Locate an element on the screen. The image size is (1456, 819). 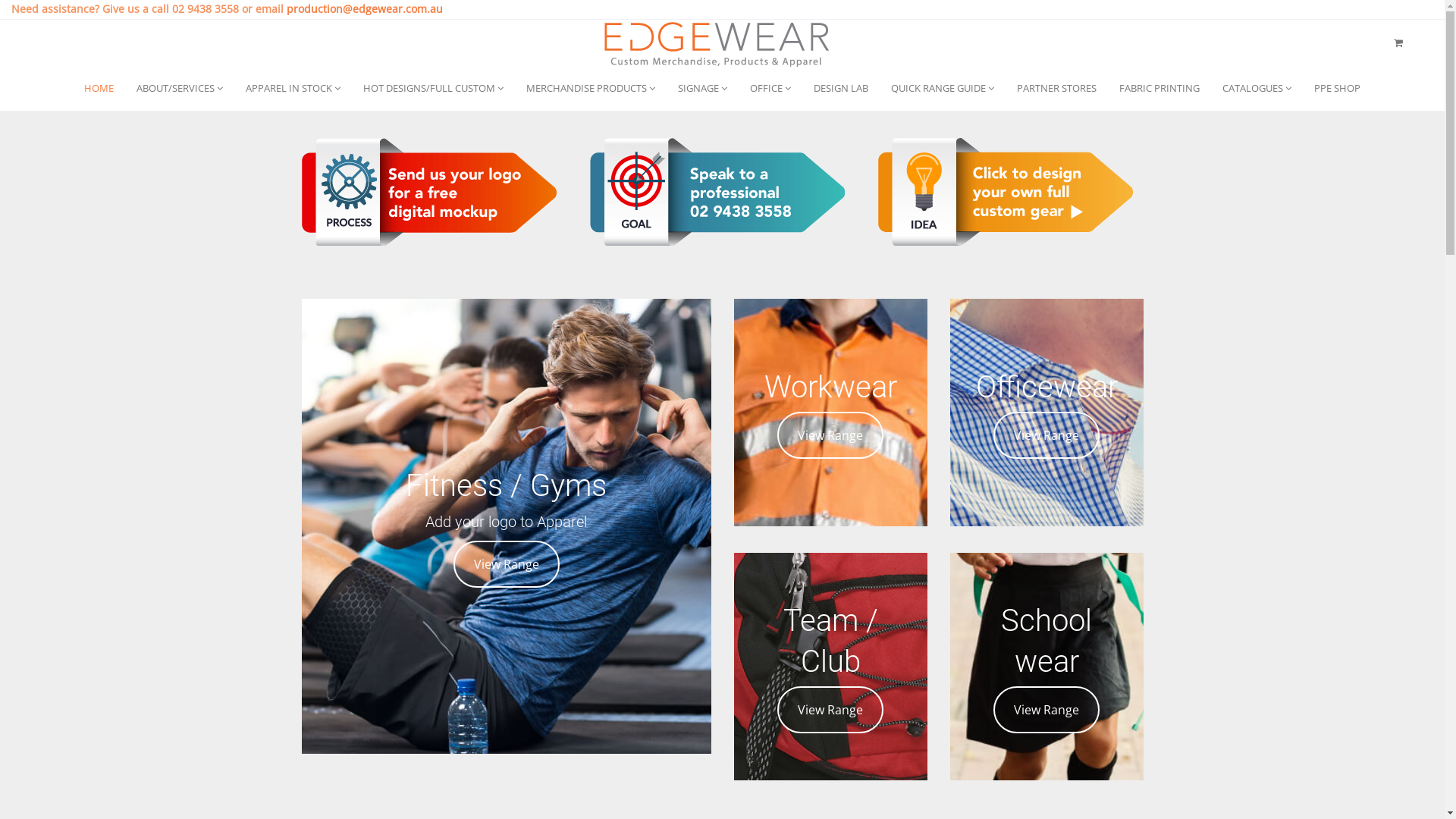
'SIGNAGE' is located at coordinates (666, 87).